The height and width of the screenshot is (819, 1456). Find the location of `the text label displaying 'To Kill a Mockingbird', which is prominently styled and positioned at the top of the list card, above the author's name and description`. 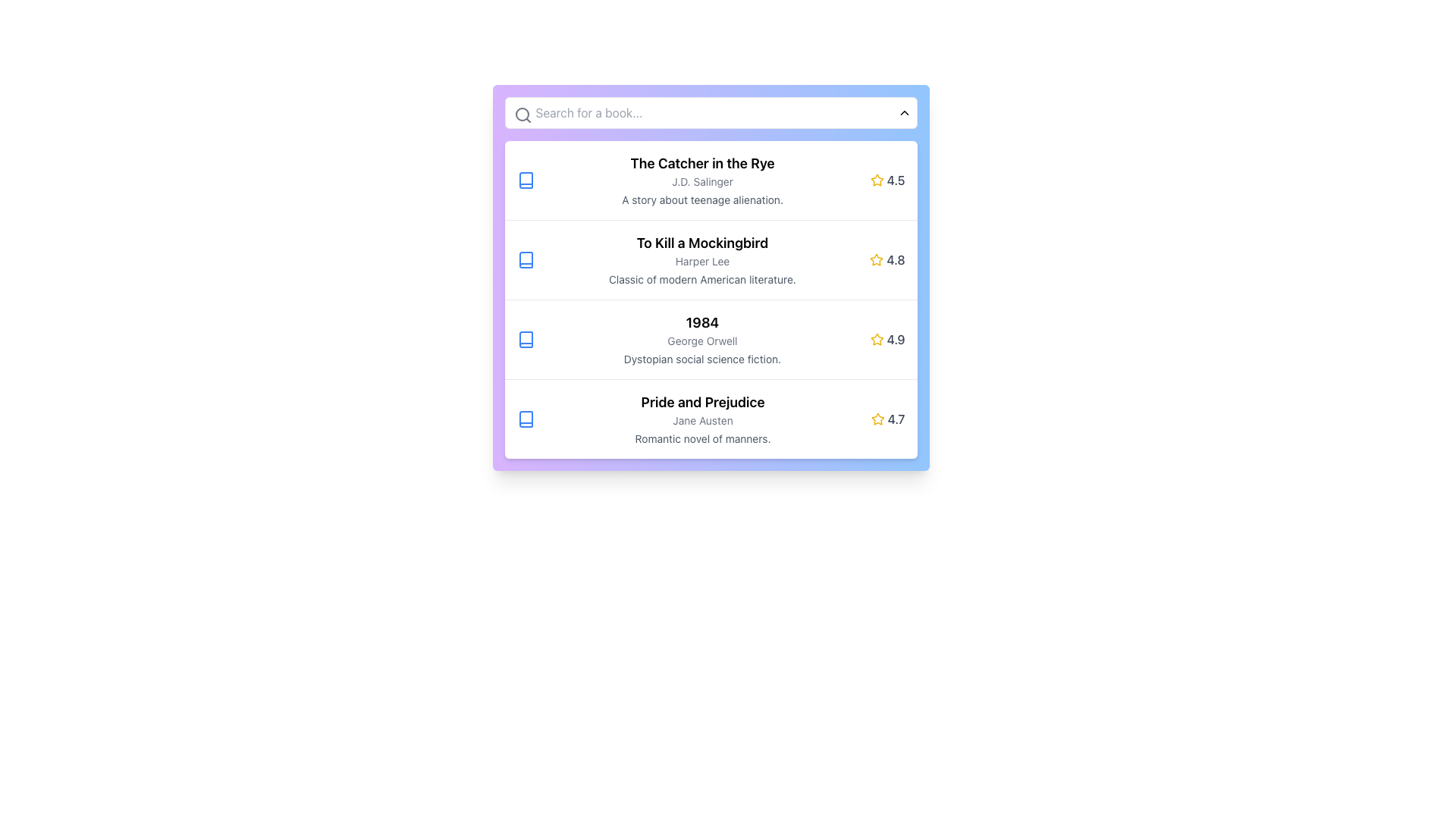

the text label displaying 'To Kill a Mockingbird', which is prominently styled and positioned at the top of the list card, above the author's name and description is located at coordinates (701, 242).